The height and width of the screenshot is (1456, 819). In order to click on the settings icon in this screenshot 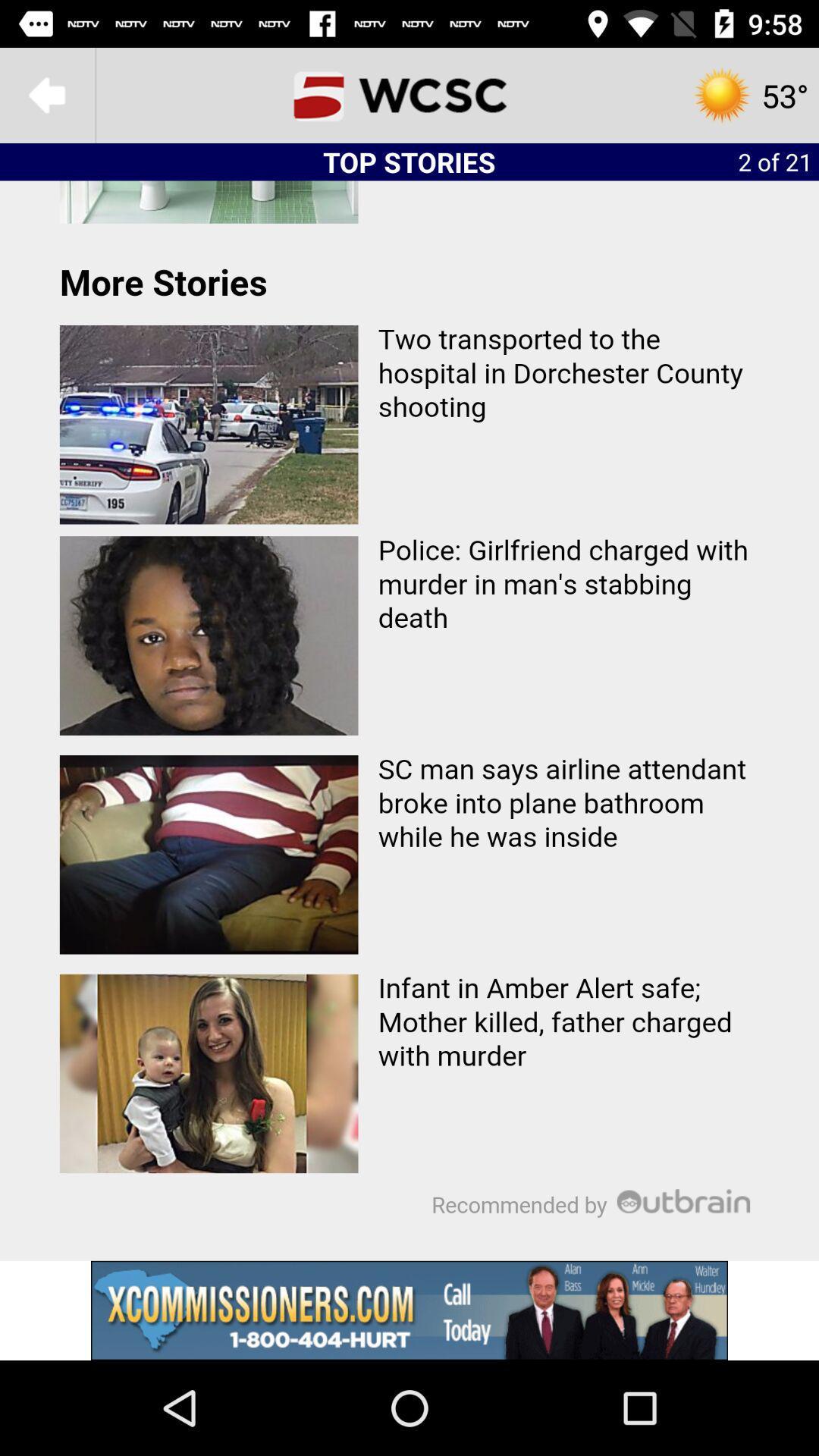, I will do `click(749, 94)`.